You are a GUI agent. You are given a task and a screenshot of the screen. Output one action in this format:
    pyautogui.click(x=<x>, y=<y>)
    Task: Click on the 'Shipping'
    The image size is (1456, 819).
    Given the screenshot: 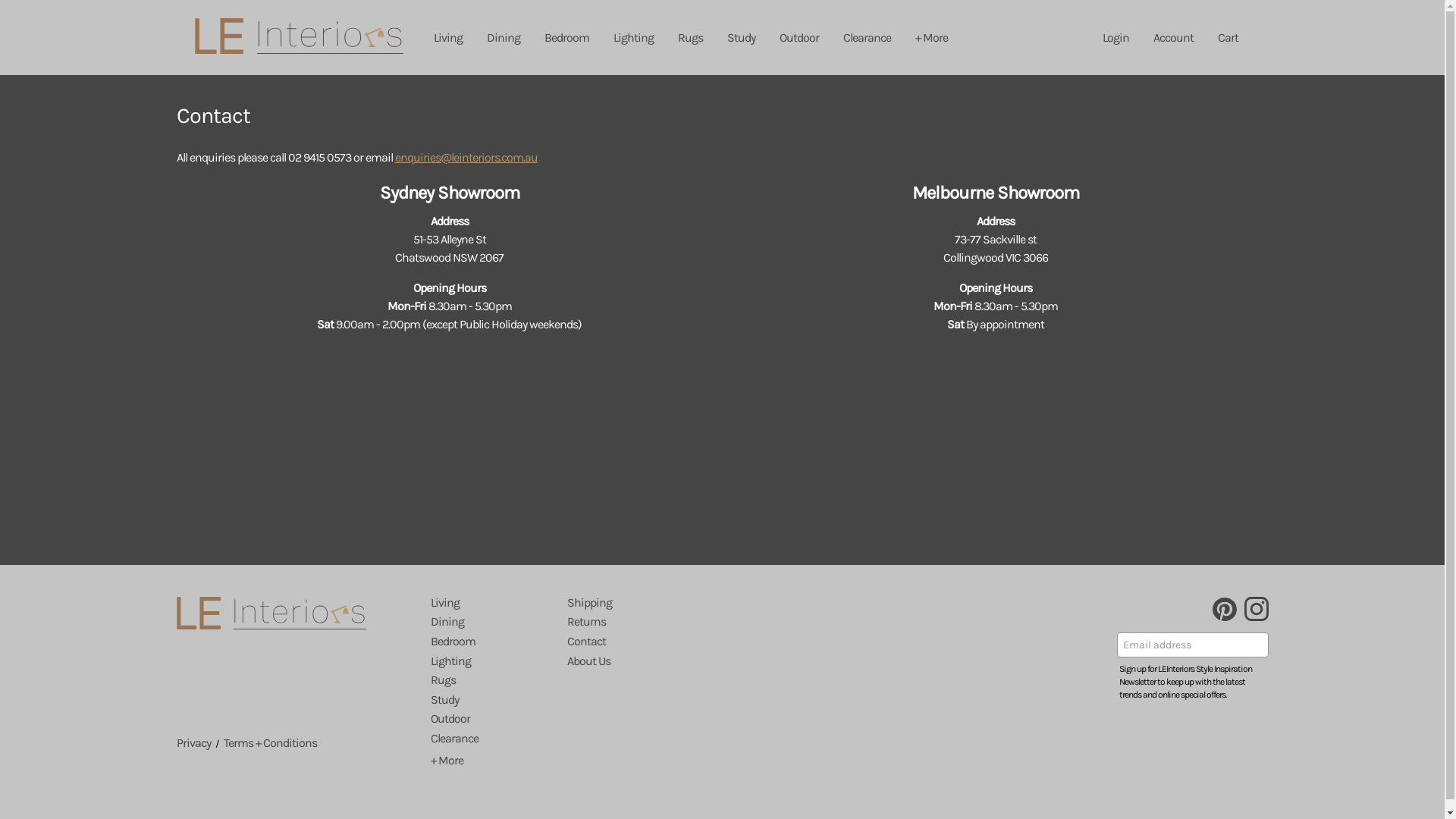 What is the action you would take?
    pyautogui.click(x=566, y=601)
    